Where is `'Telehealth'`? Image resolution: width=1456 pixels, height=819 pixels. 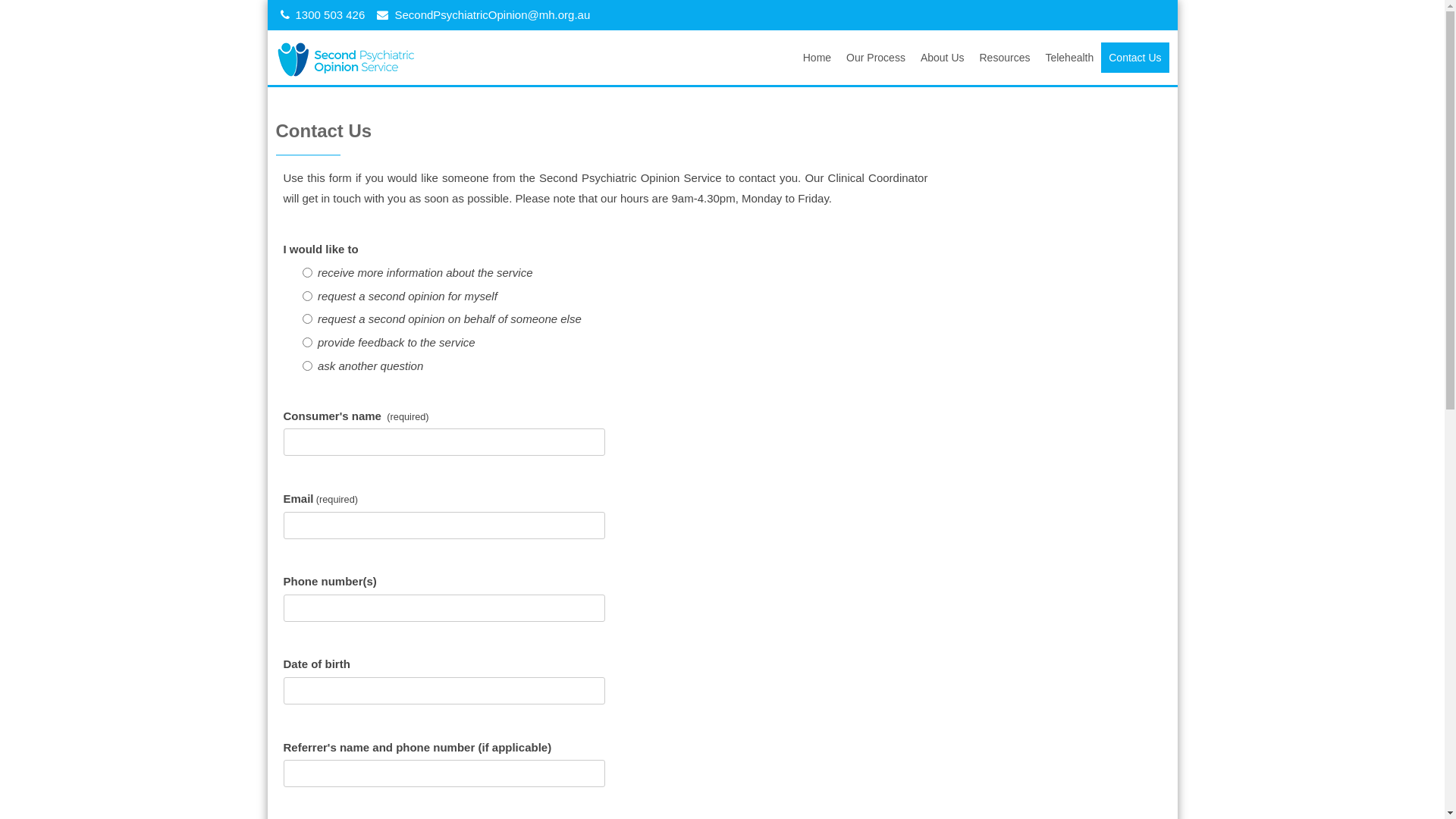 'Telehealth' is located at coordinates (1068, 57).